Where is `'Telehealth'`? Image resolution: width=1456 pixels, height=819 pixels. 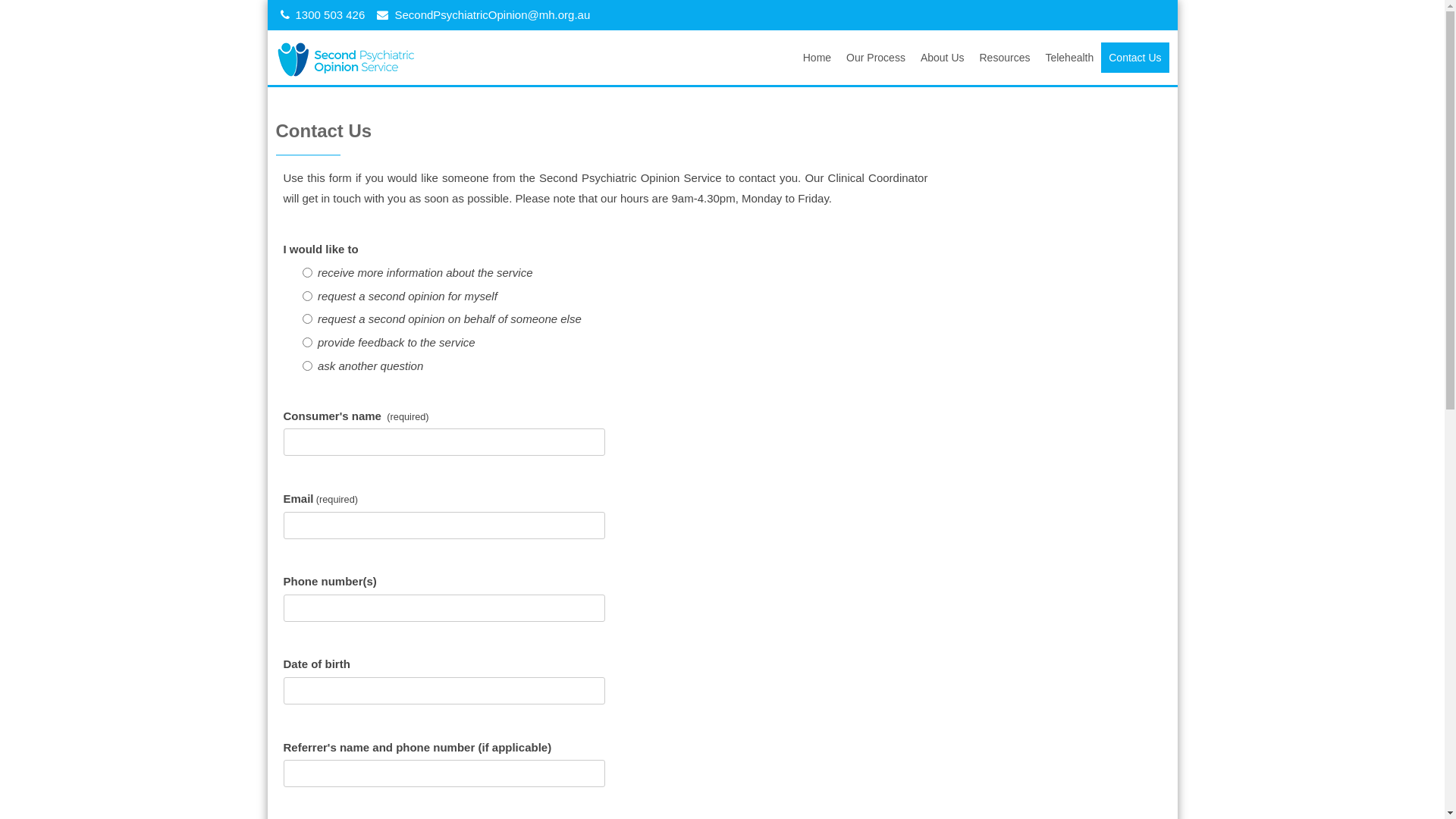 'Telehealth' is located at coordinates (1068, 57).